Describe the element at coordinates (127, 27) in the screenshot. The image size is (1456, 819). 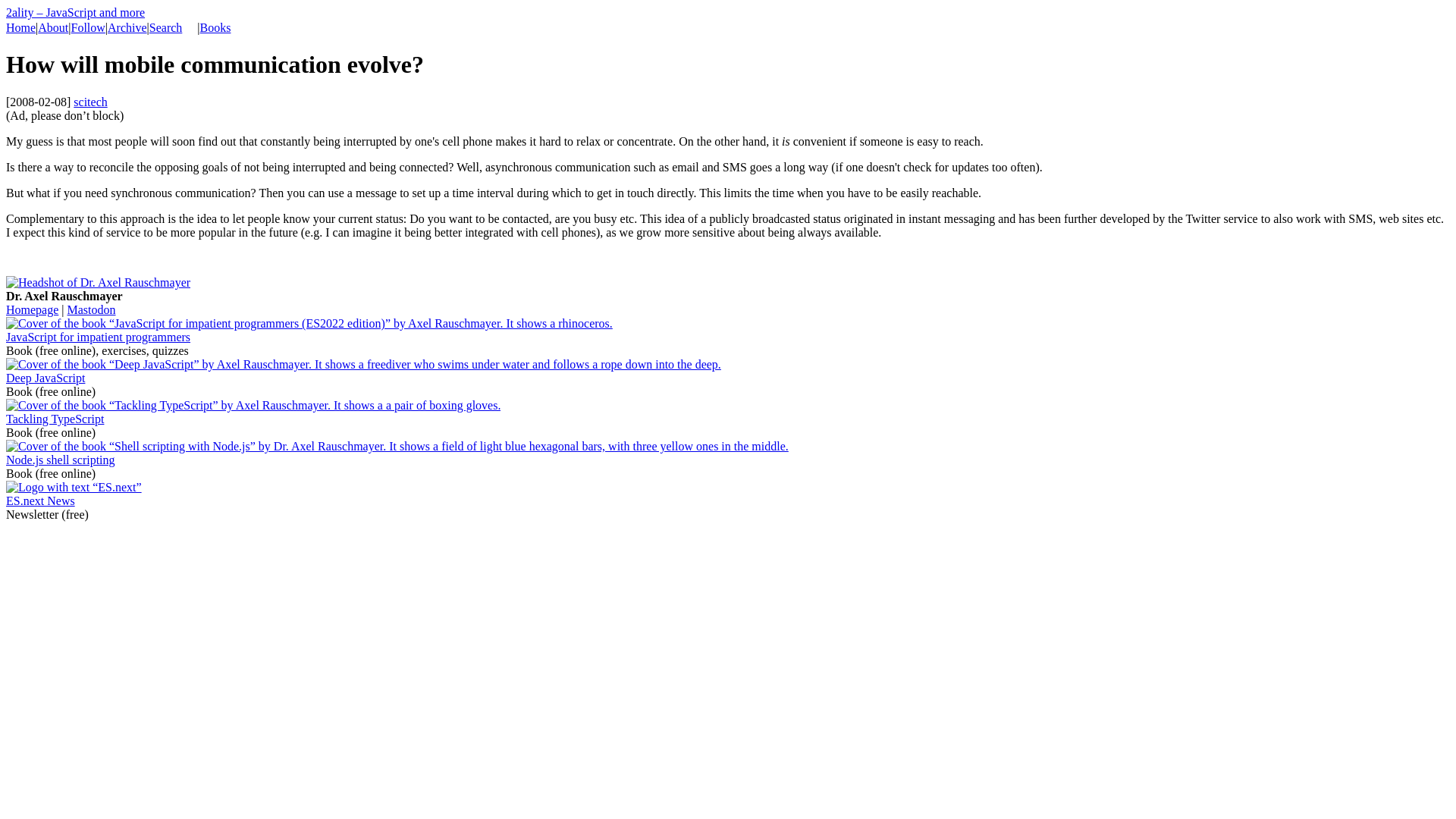
I see `'Archive'` at that location.